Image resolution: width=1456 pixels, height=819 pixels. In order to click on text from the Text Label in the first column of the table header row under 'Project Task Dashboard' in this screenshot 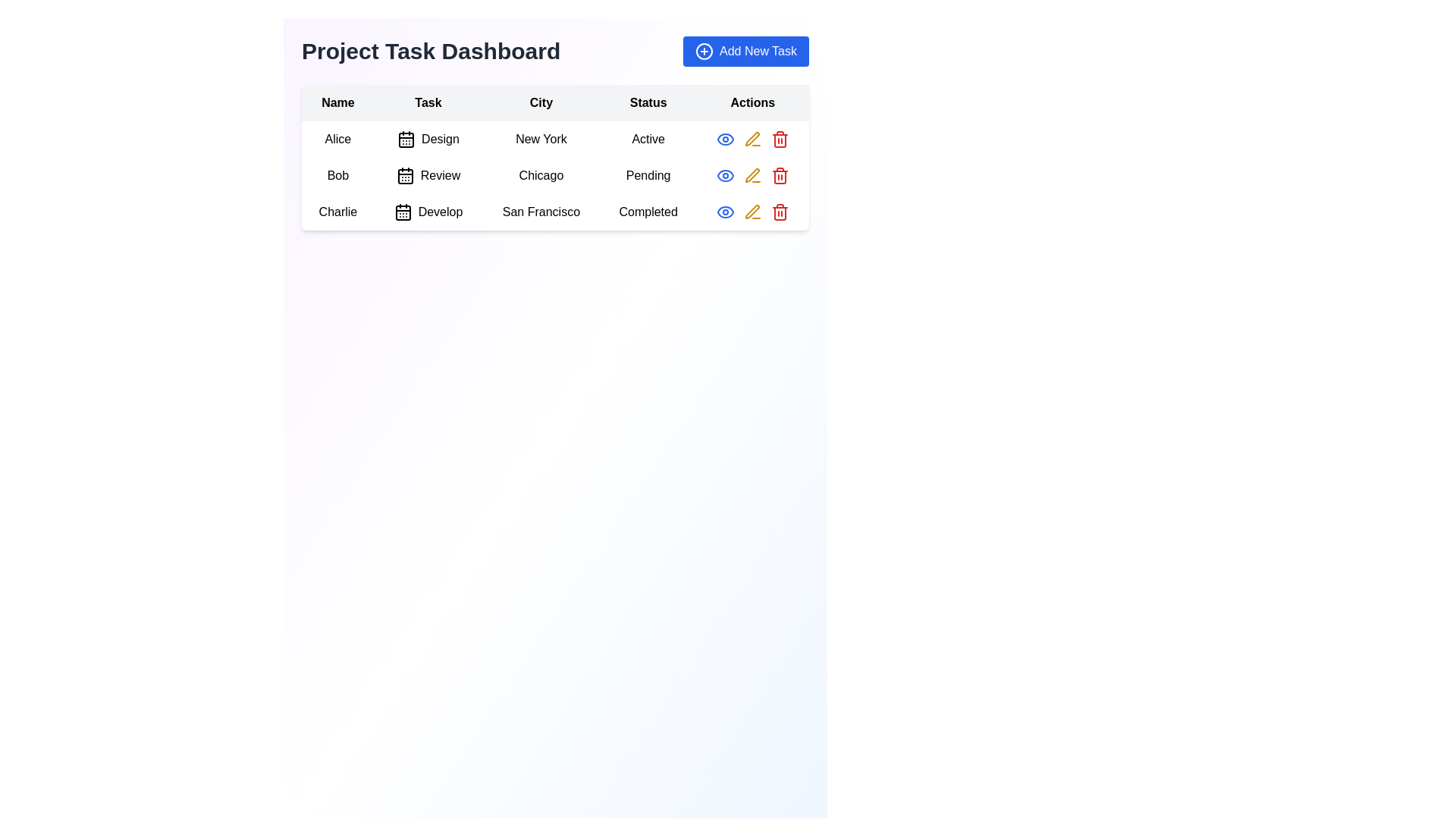, I will do `click(337, 102)`.